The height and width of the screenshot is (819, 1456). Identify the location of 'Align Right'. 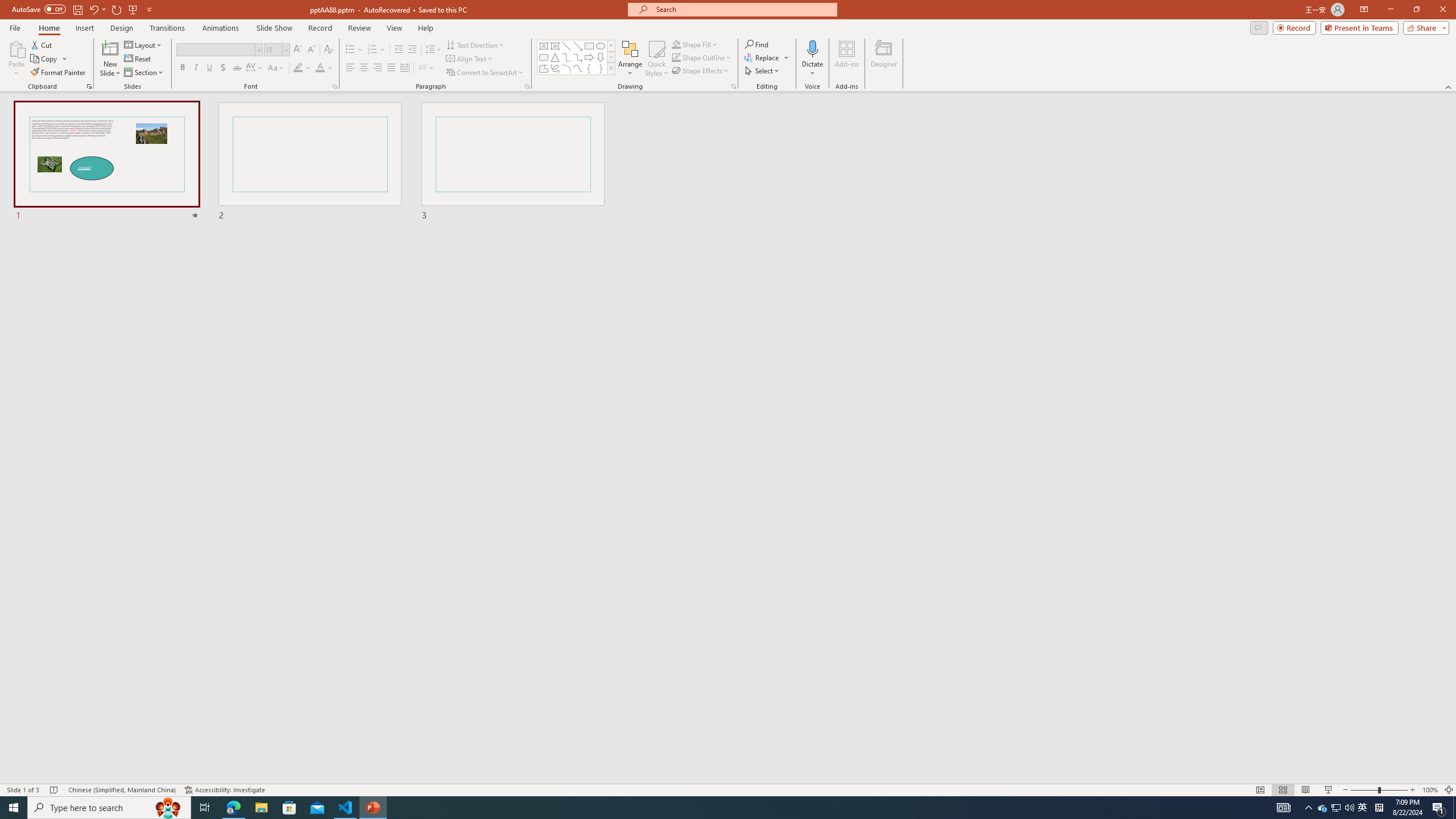
(378, 67).